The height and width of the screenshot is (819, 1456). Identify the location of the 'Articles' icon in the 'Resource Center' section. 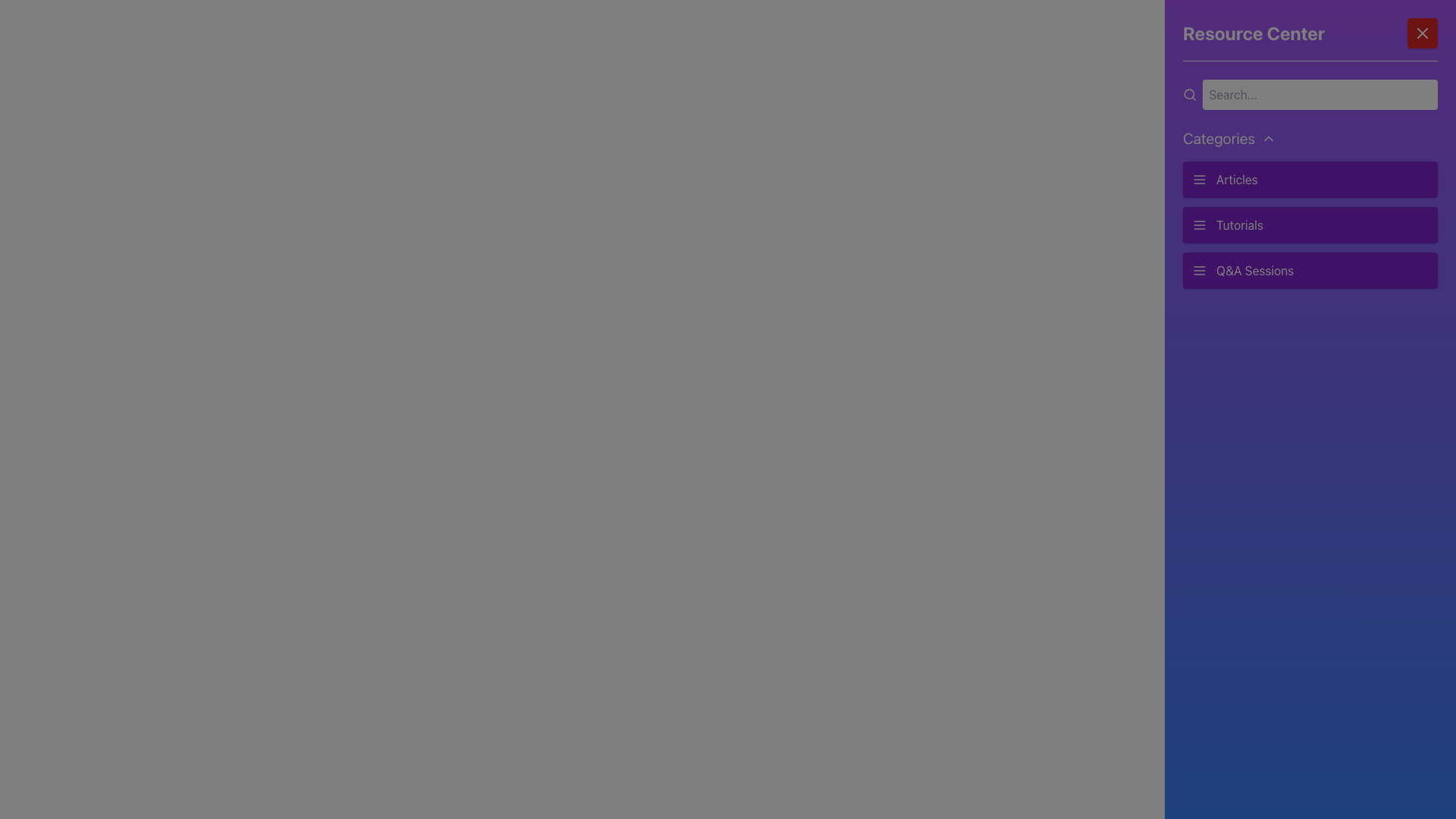
(1199, 178).